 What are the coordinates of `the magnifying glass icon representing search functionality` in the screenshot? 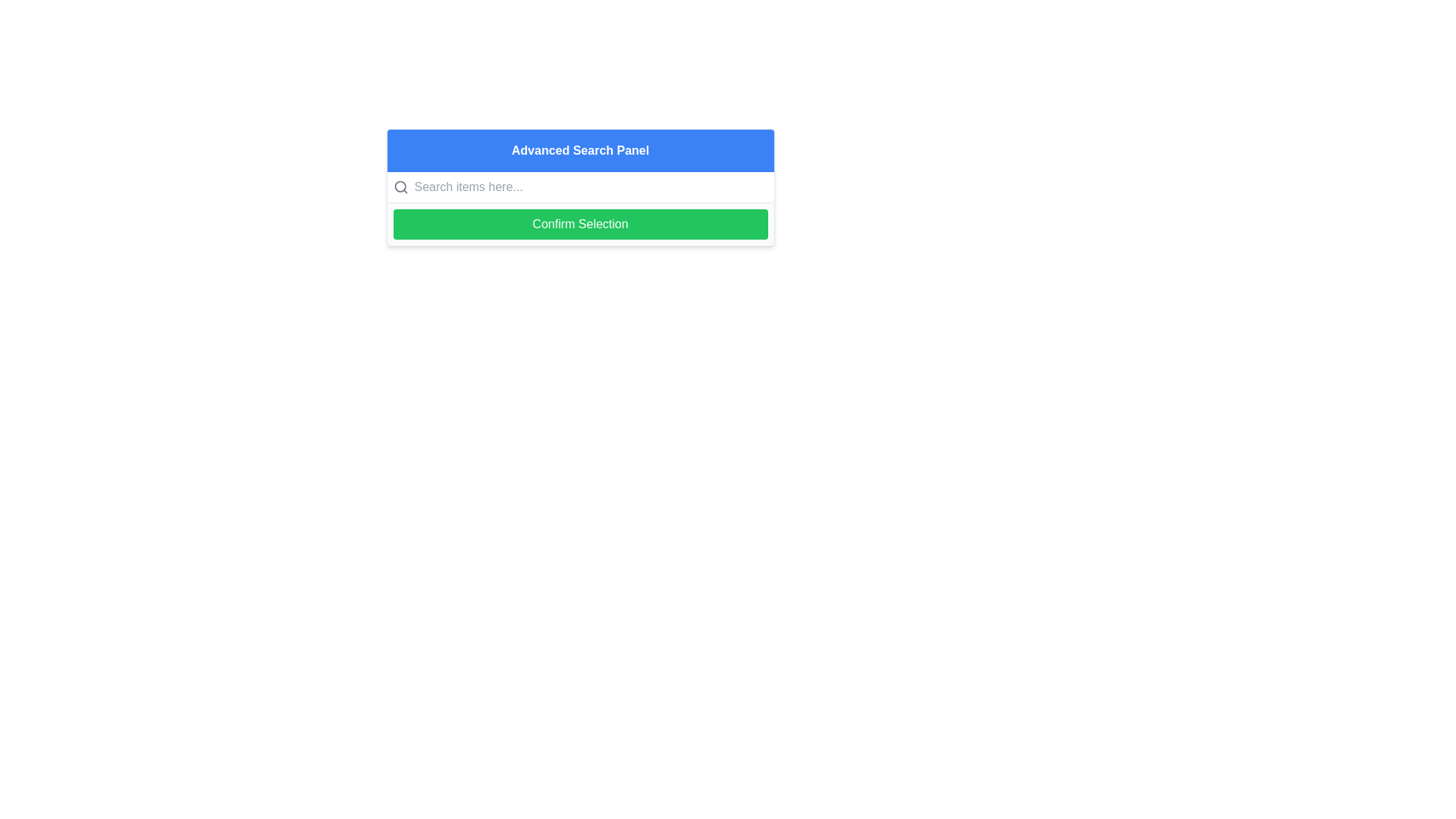 It's located at (400, 186).